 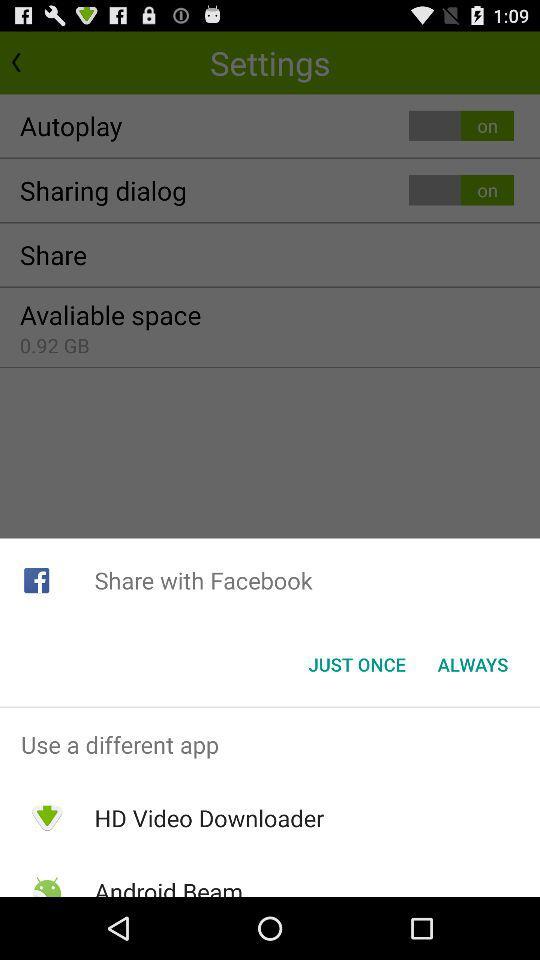 I want to click on icon to the left of always icon, so click(x=356, y=664).